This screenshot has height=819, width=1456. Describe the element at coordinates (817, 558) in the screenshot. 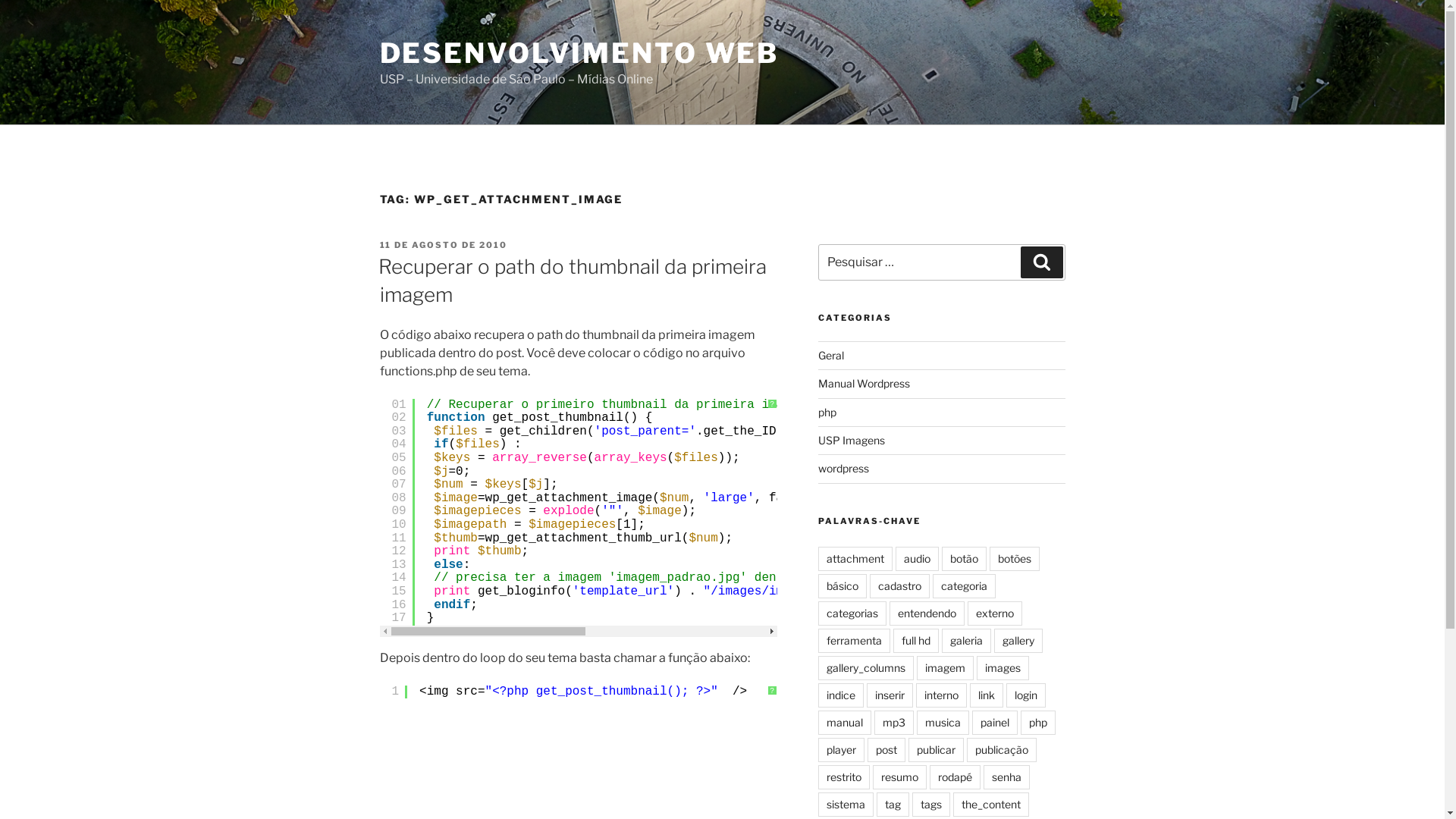

I see `'attachment'` at that location.